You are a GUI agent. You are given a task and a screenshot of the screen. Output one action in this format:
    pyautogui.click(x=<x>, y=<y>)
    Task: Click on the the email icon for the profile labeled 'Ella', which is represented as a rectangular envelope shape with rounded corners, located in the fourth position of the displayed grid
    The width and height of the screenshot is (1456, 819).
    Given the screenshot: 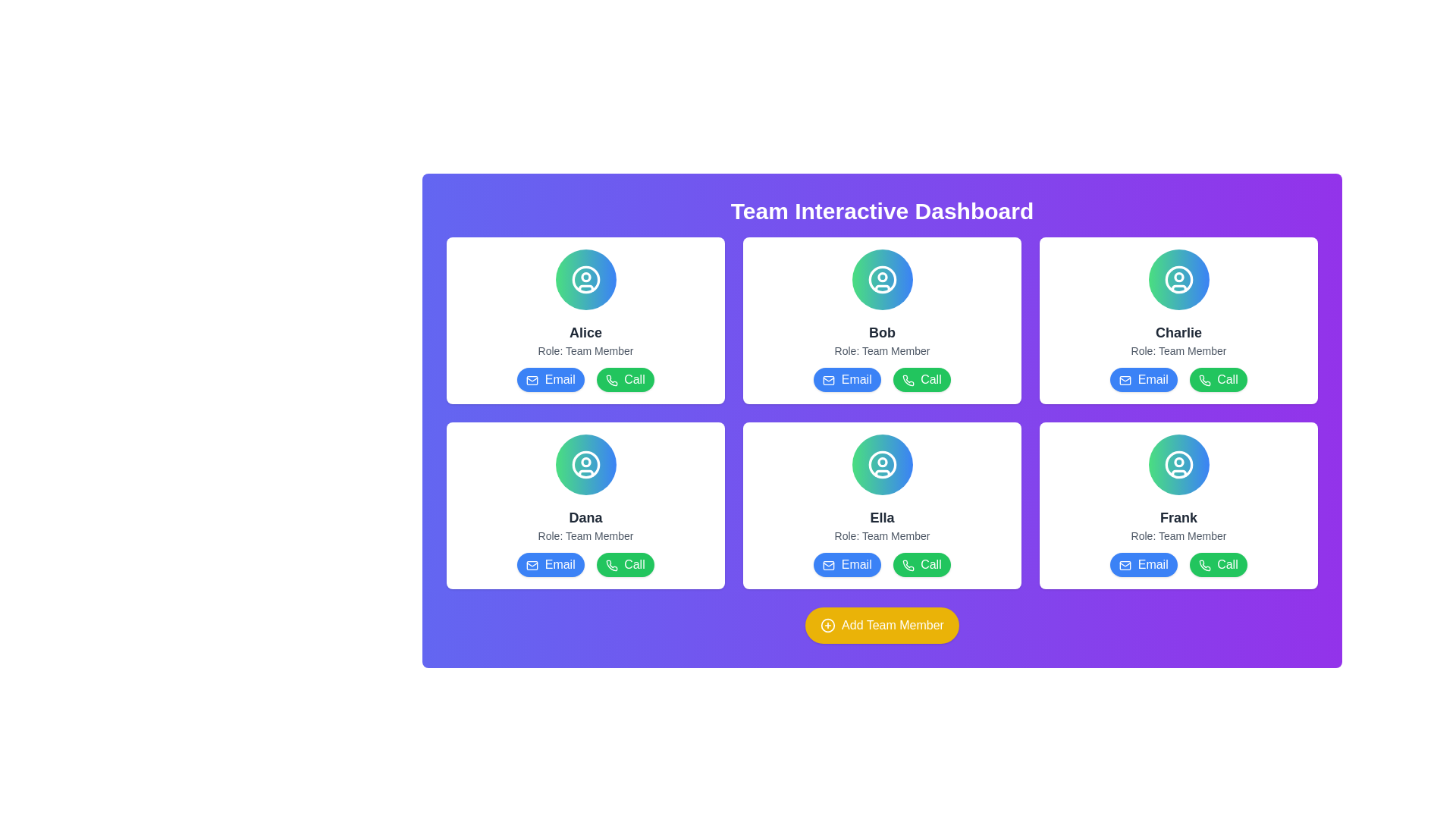 What is the action you would take?
    pyautogui.click(x=828, y=565)
    